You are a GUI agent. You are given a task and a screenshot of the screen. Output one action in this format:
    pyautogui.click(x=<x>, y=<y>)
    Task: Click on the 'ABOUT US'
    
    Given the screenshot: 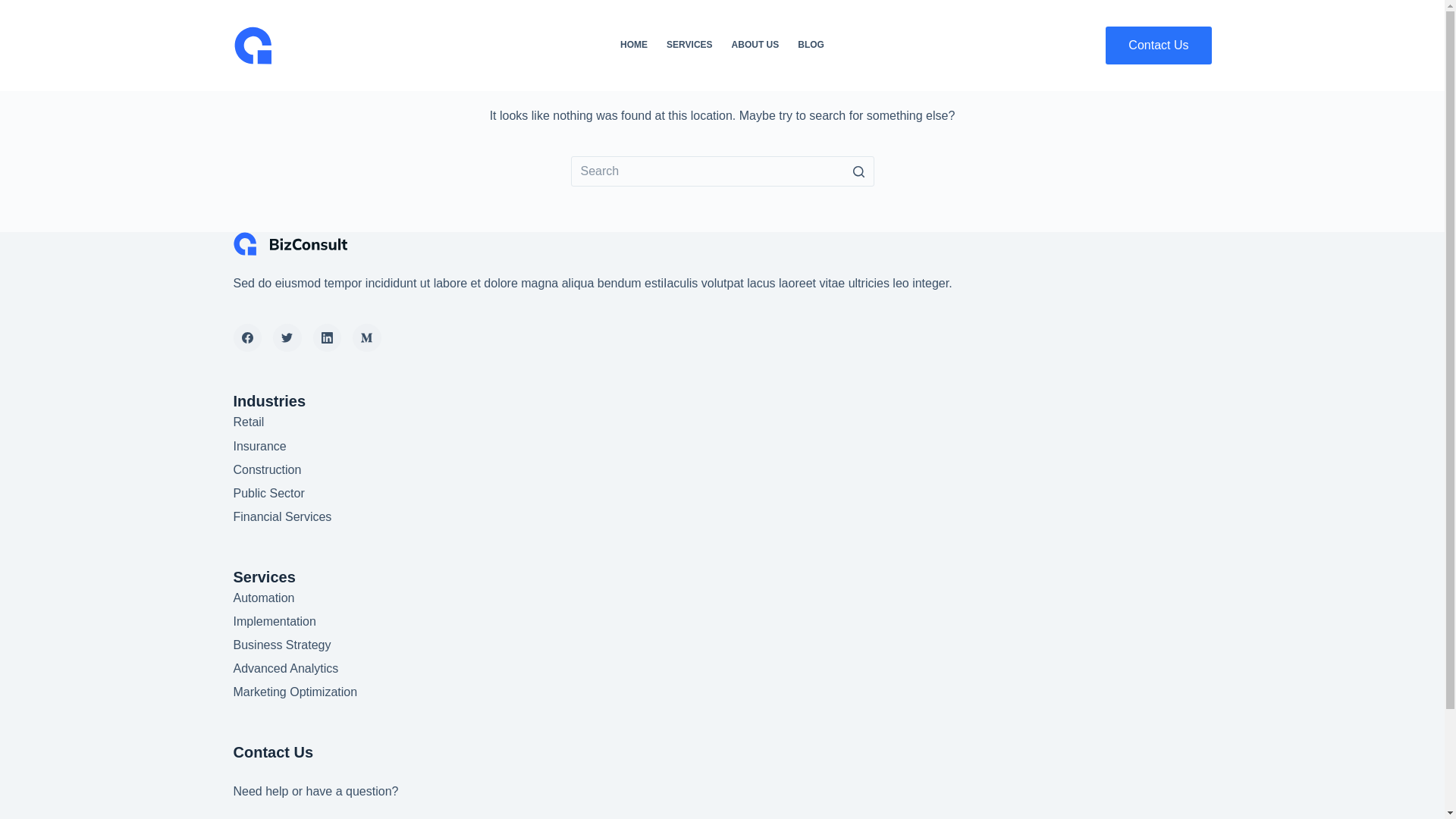 What is the action you would take?
    pyautogui.click(x=755, y=45)
    